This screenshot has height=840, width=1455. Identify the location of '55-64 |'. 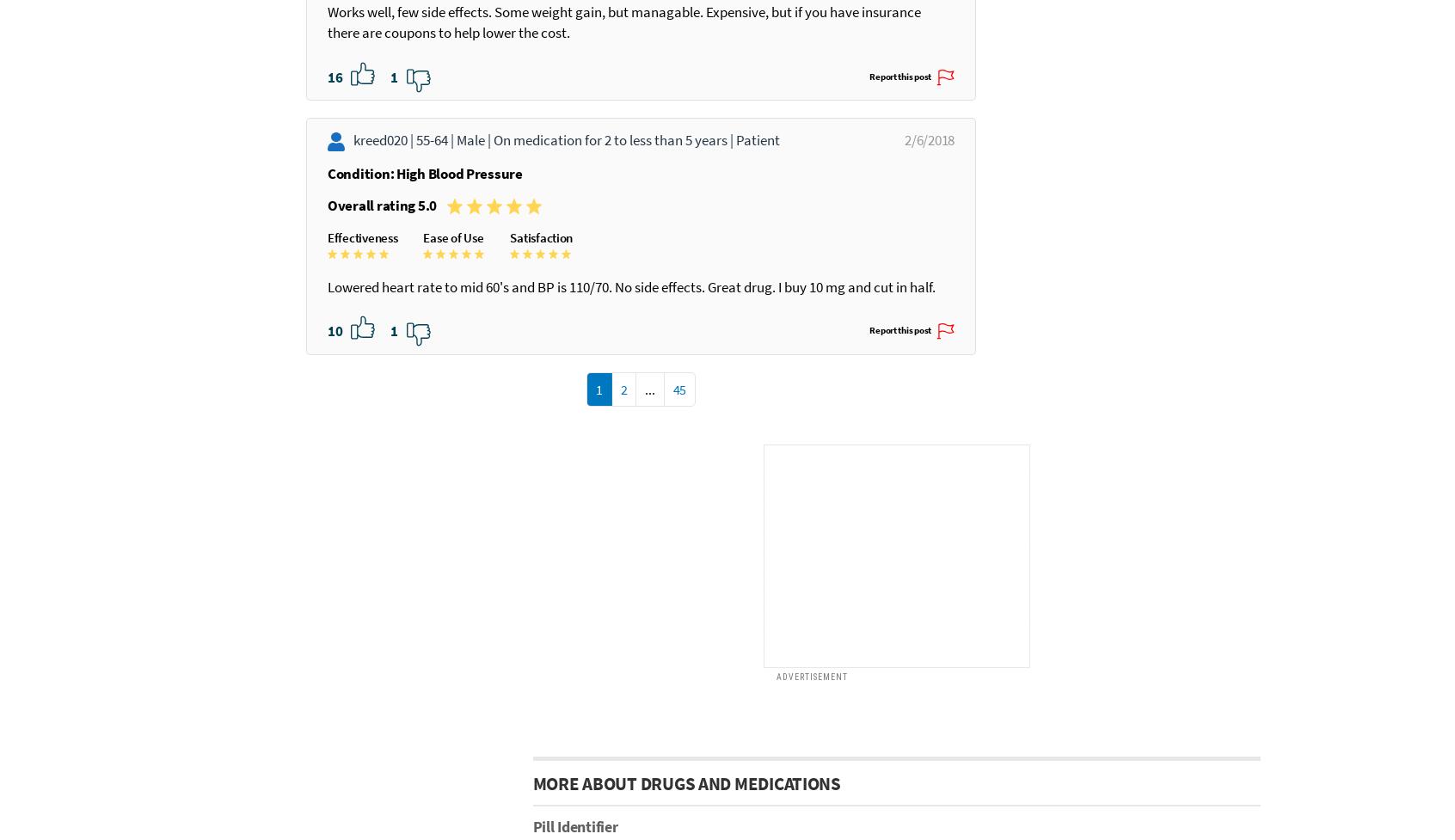
(436, 285).